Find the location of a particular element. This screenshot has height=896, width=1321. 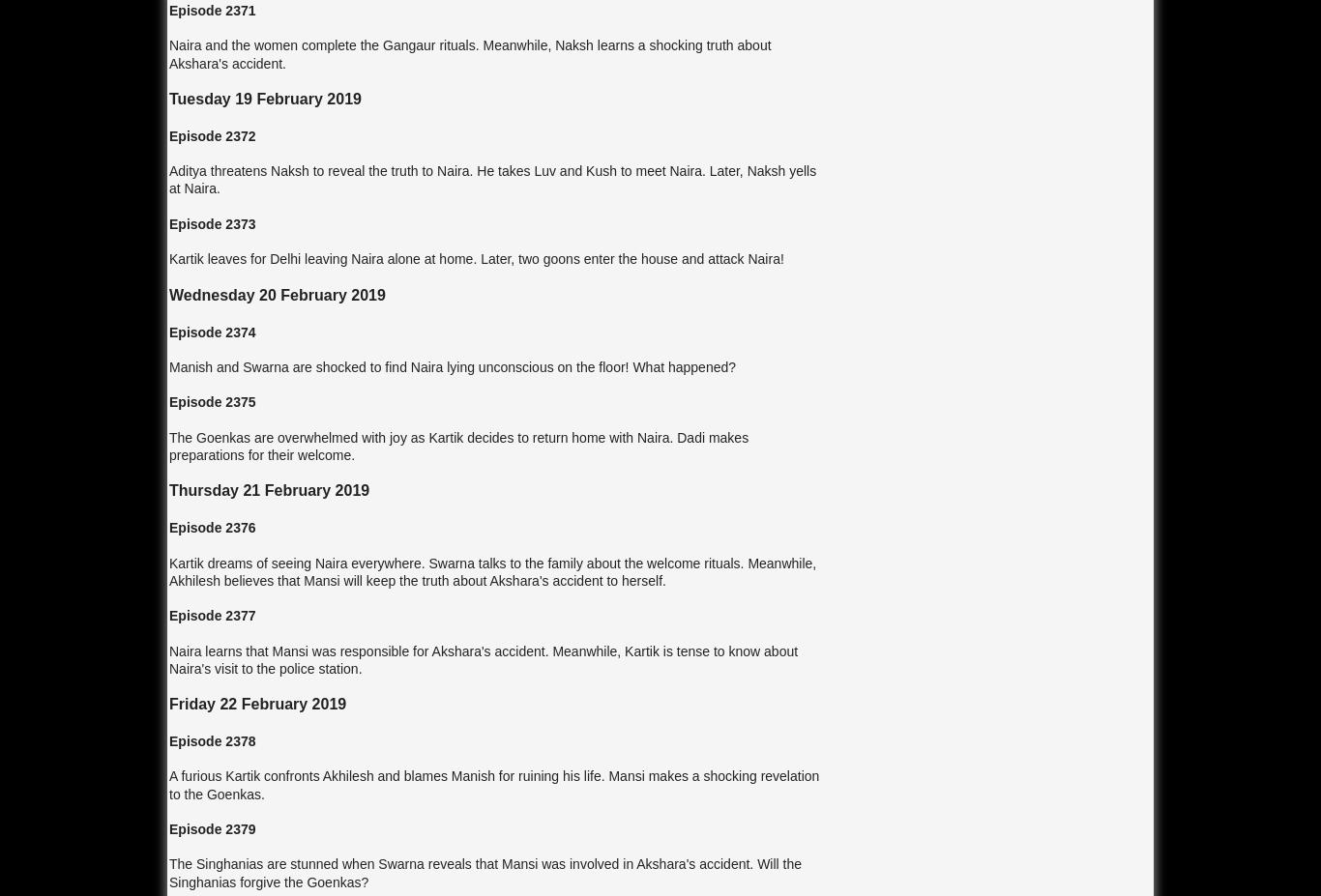

'The Goenkas are overwhelmed with joy as Kartik decides to return home with Naira. Dadi makes preparations for their welcome.' is located at coordinates (458, 444).